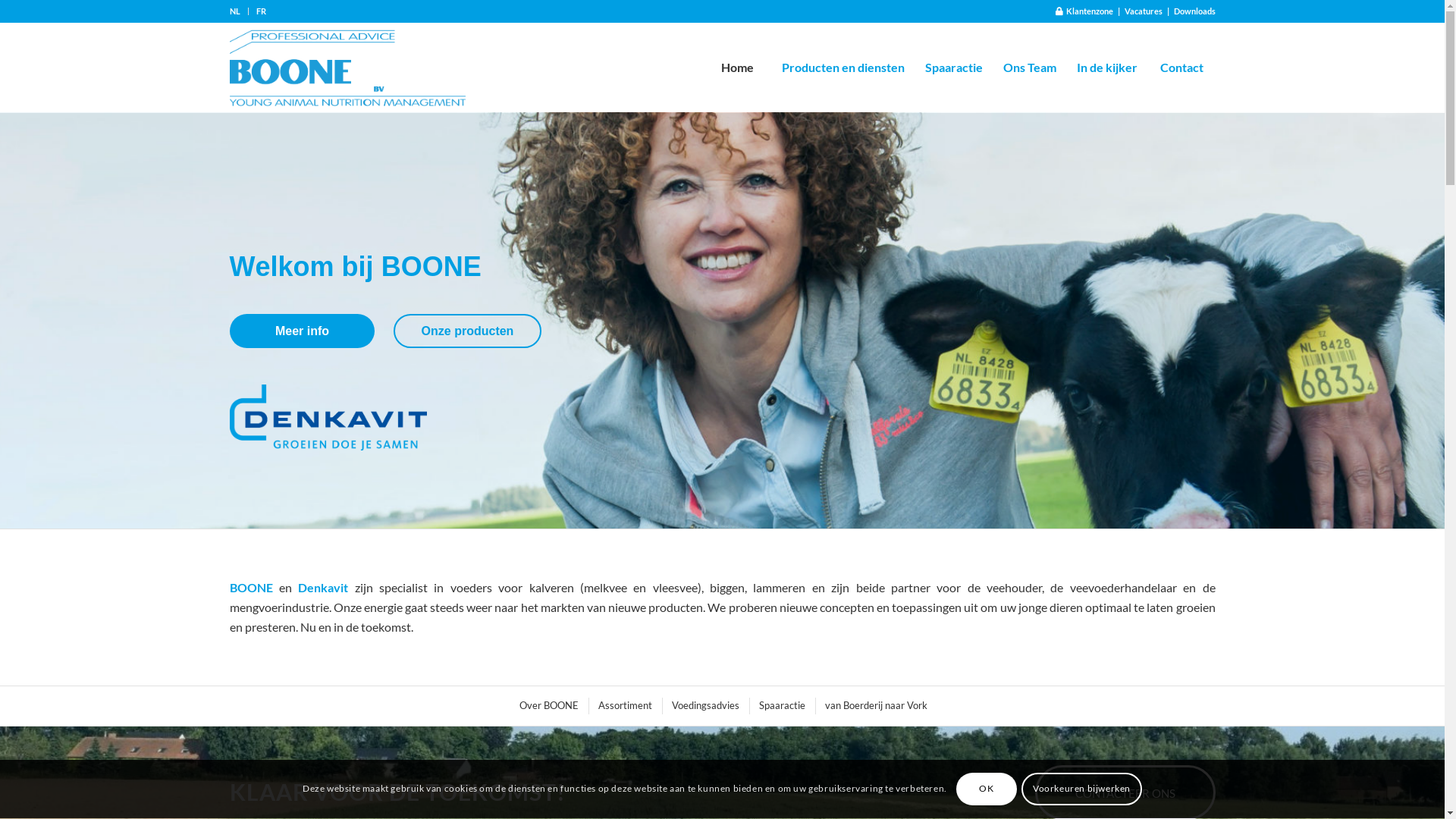 Image resolution: width=1456 pixels, height=819 pixels. Describe the element at coordinates (781, 705) in the screenshot. I see `'Spaaractie'` at that location.